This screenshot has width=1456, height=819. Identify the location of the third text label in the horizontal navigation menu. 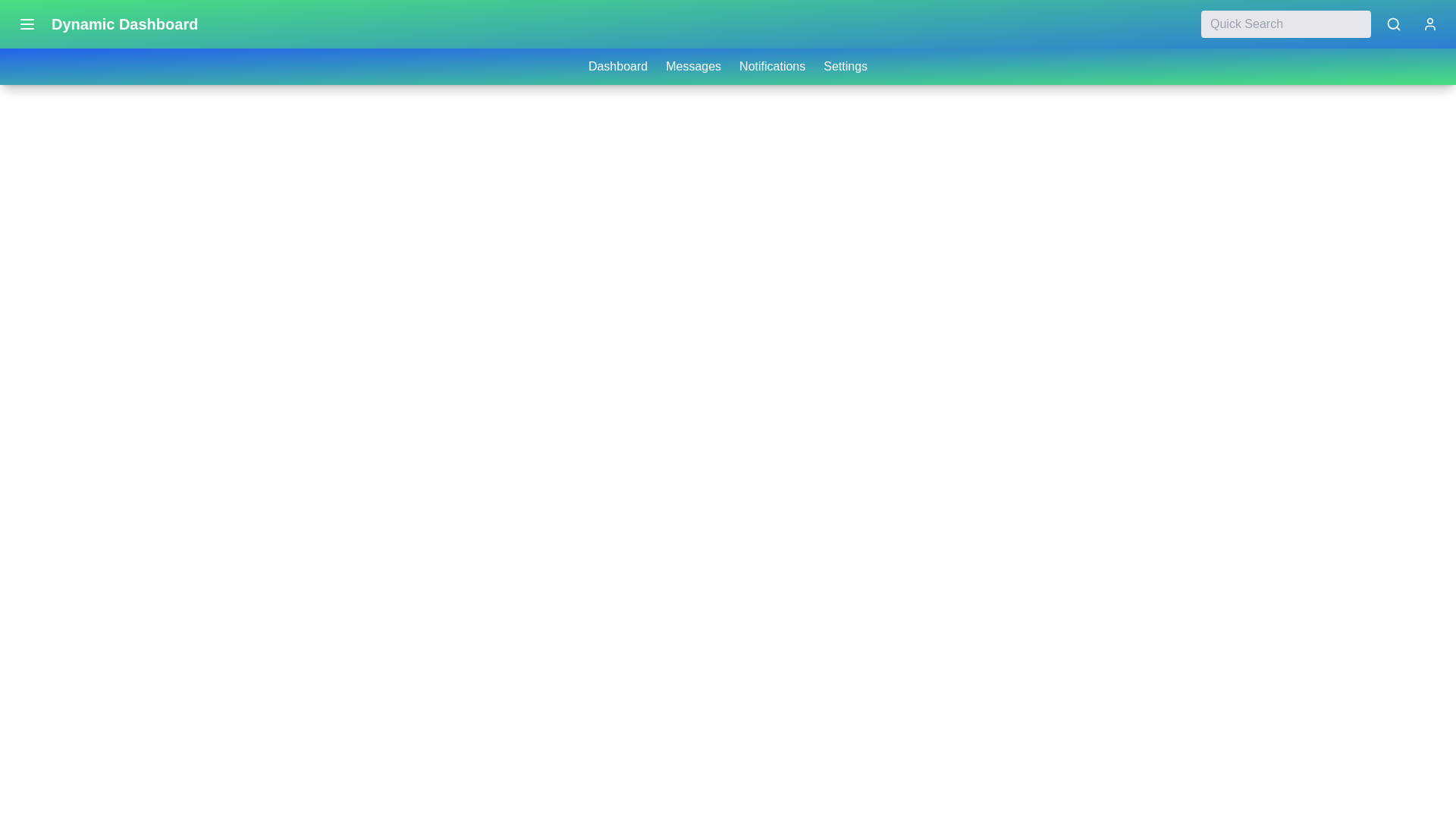
(772, 66).